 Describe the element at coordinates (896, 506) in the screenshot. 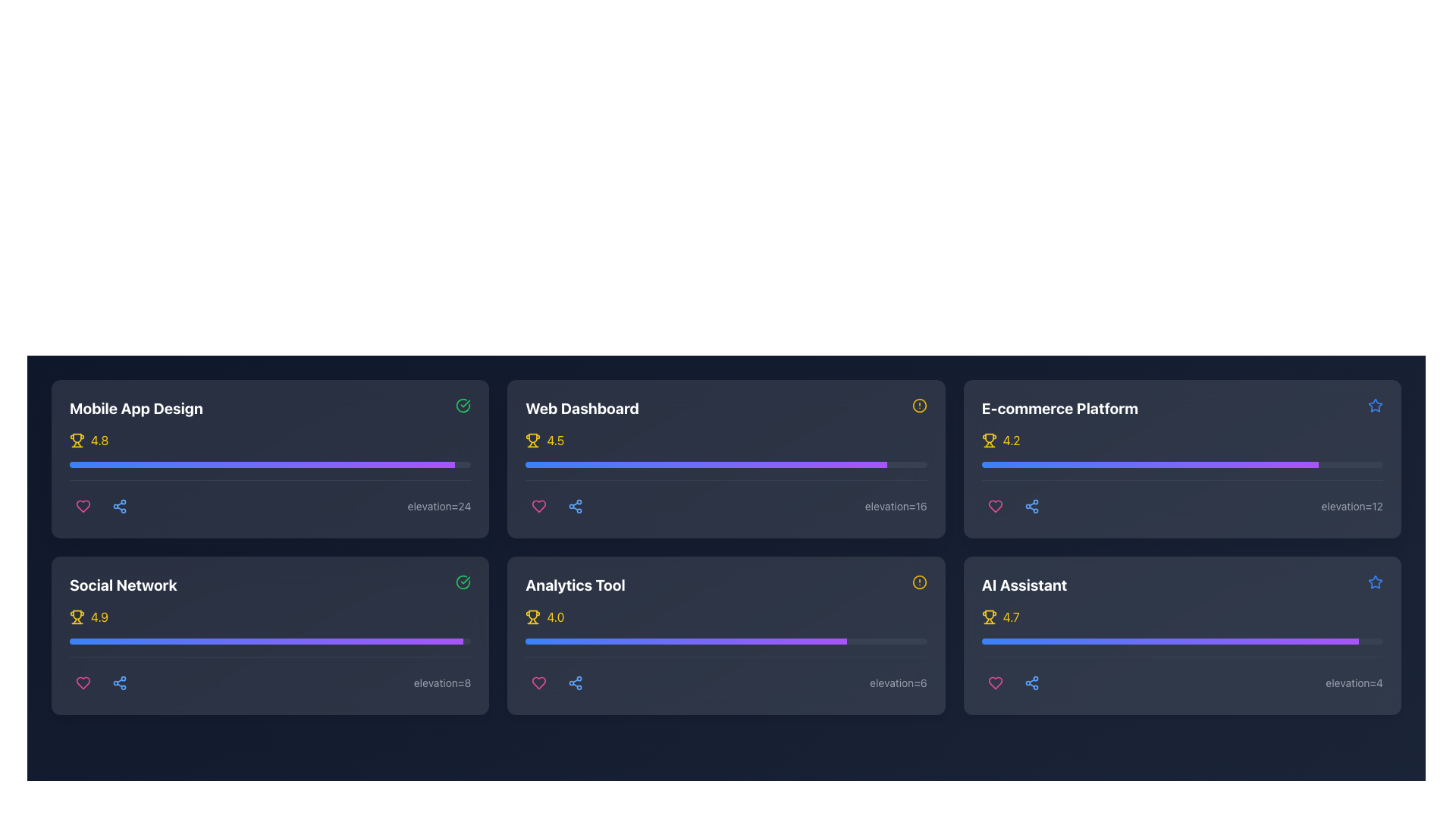

I see `the text label displaying 'elevation=16' located at the bottom-right corner of the 'Web Dashboard' card` at that location.